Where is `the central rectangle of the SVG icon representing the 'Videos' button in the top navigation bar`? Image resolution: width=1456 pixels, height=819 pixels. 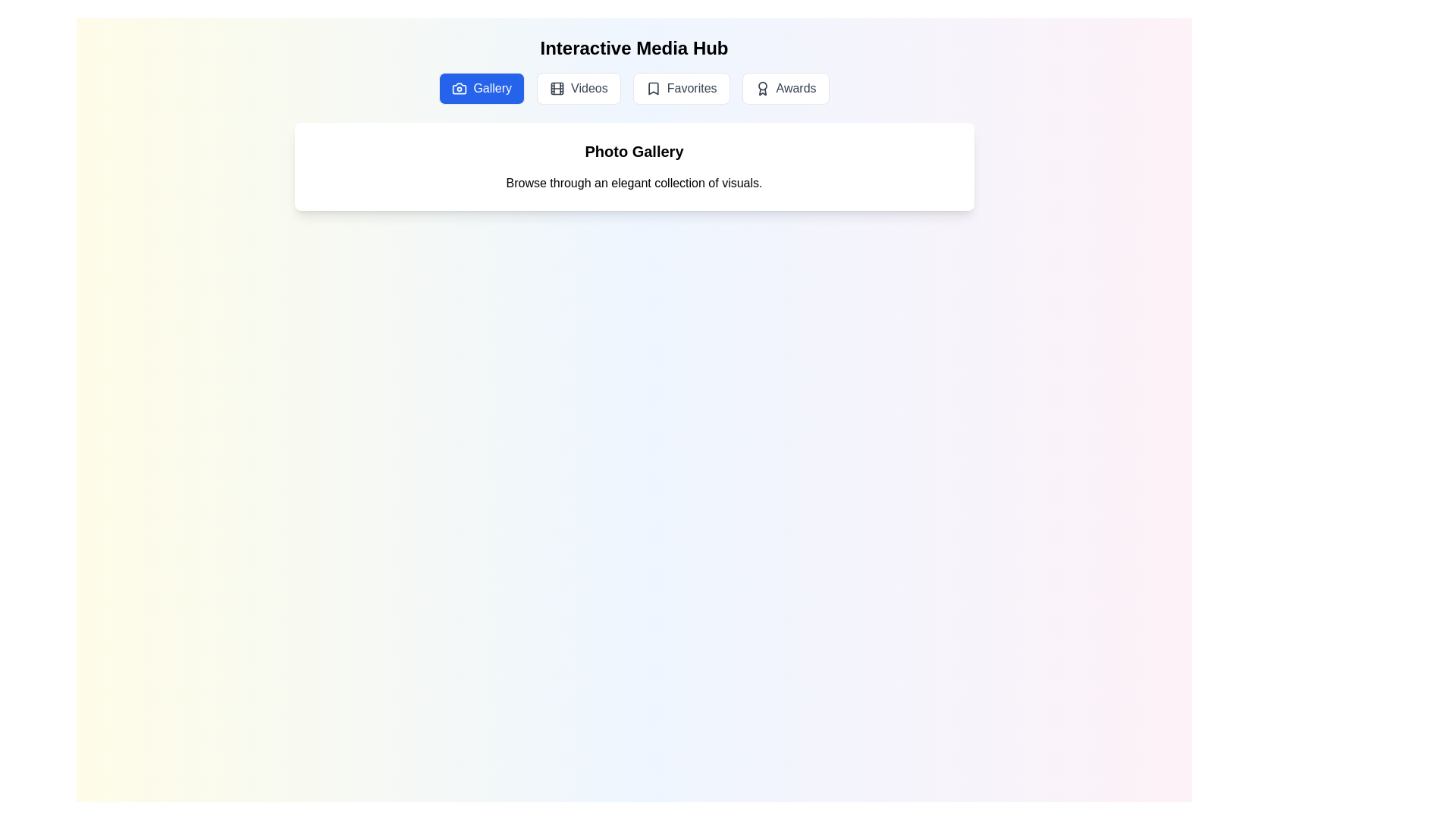
the central rectangle of the SVG icon representing the 'Videos' button in the top navigation bar is located at coordinates (557, 88).